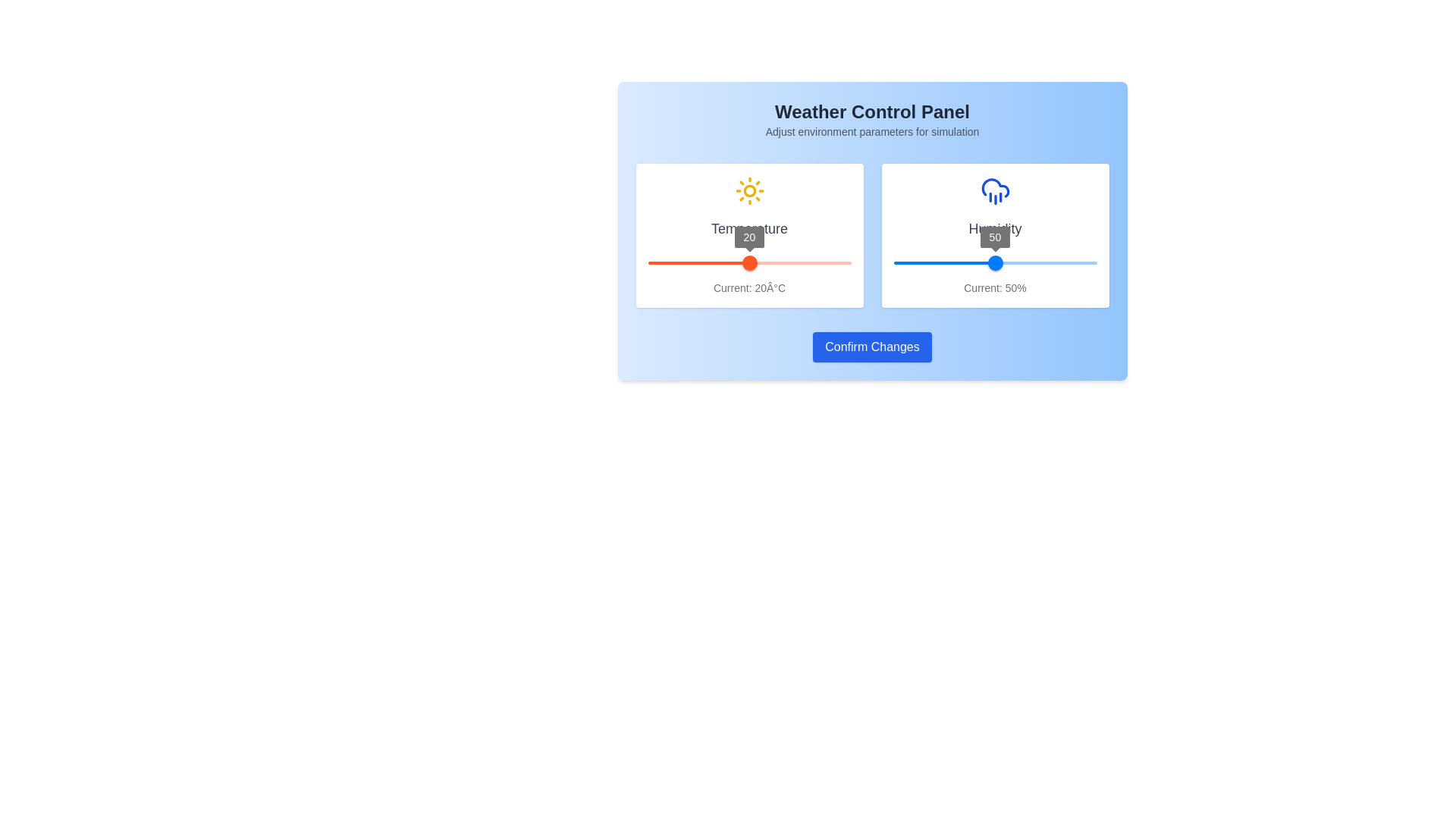 The height and width of the screenshot is (819, 1456). Describe the element at coordinates (909, 262) in the screenshot. I see `humidity` at that location.